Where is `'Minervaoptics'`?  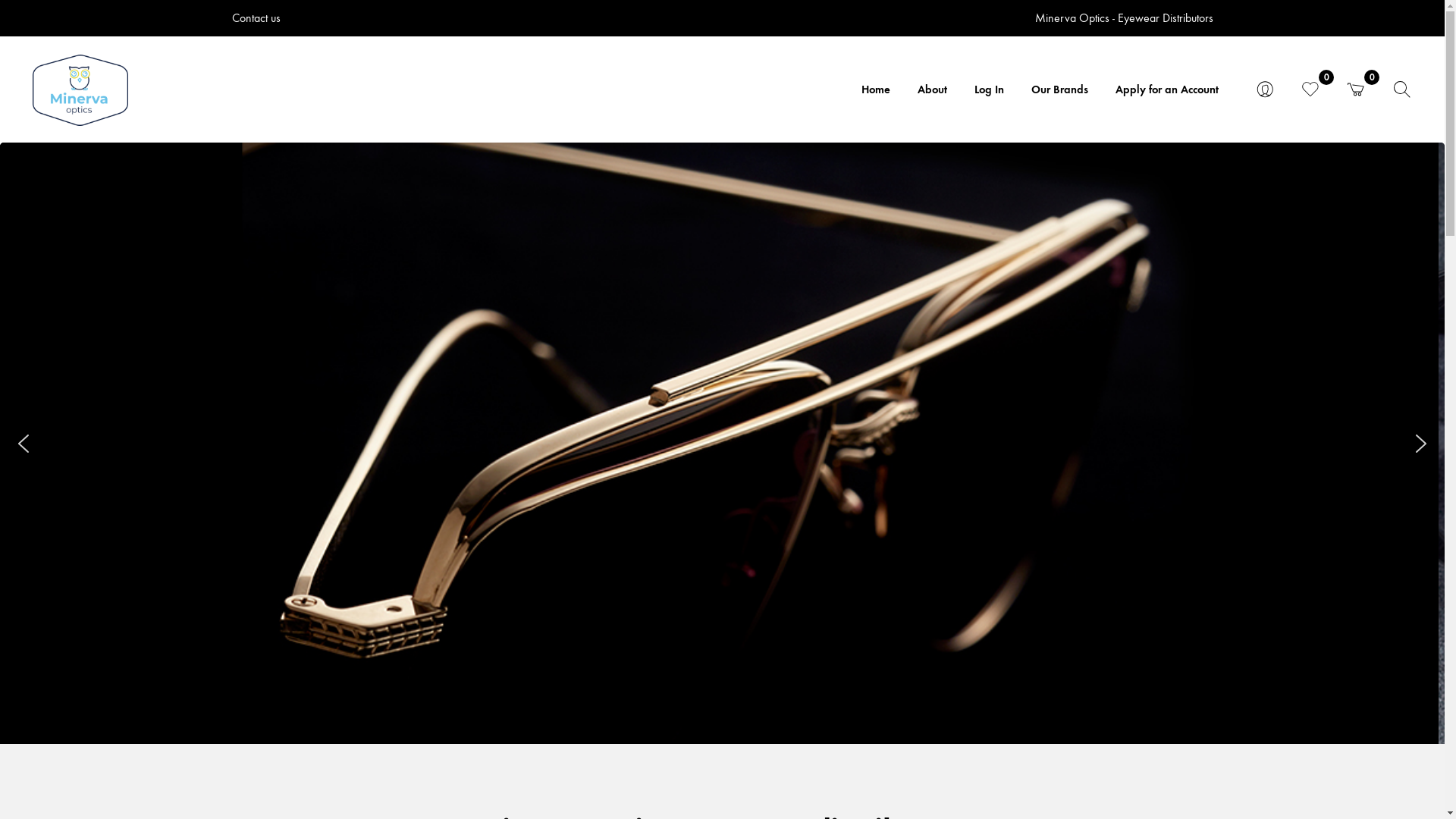 'Minervaoptics' is located at coordinates (79, 90).